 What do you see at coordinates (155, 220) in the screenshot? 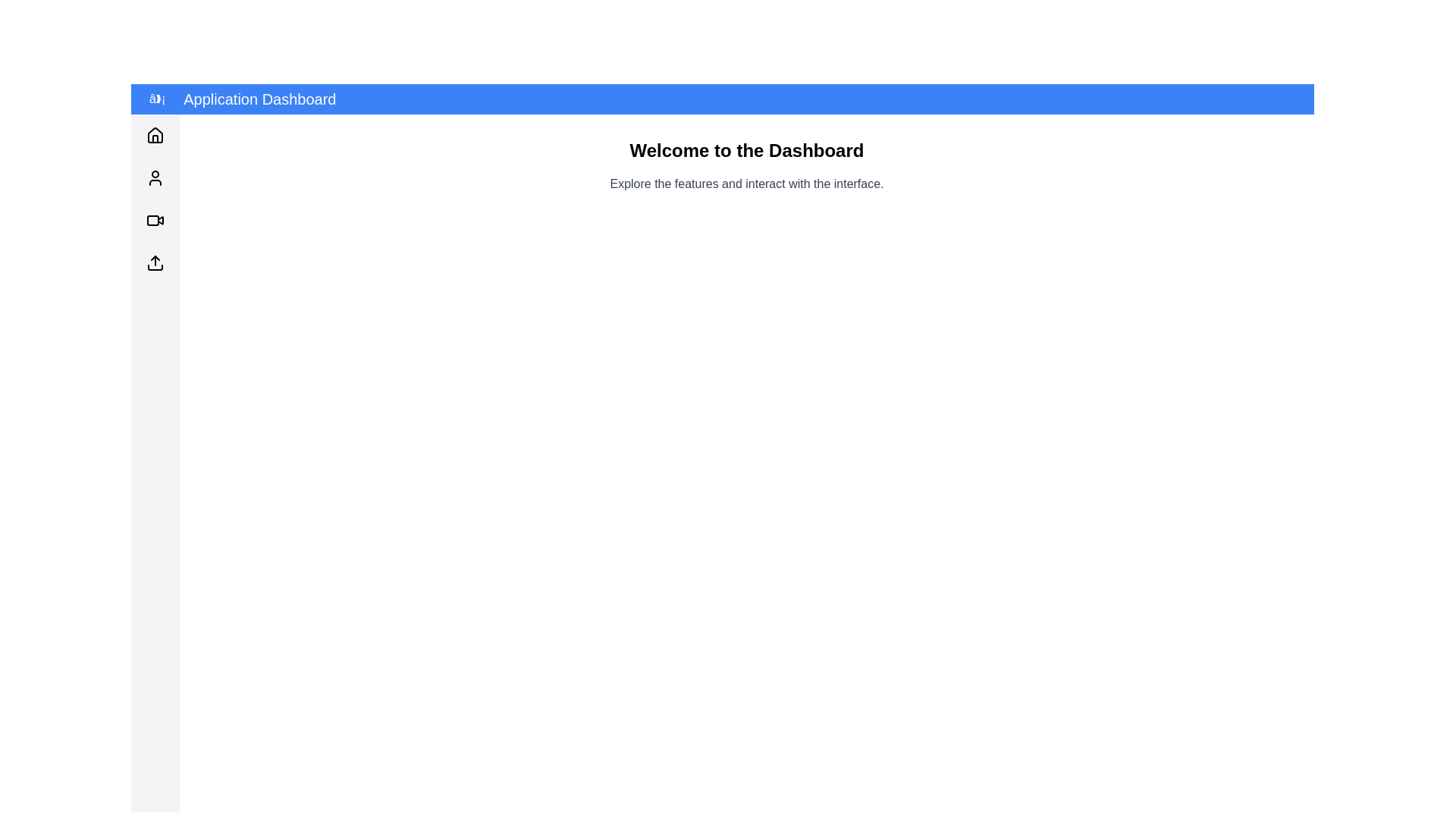
I see `the video icon, which features a rectangular body and a triangular play button indicator, located as the third icon in a vertical stack on the left side of the interface` at bounding box center [155, 220].